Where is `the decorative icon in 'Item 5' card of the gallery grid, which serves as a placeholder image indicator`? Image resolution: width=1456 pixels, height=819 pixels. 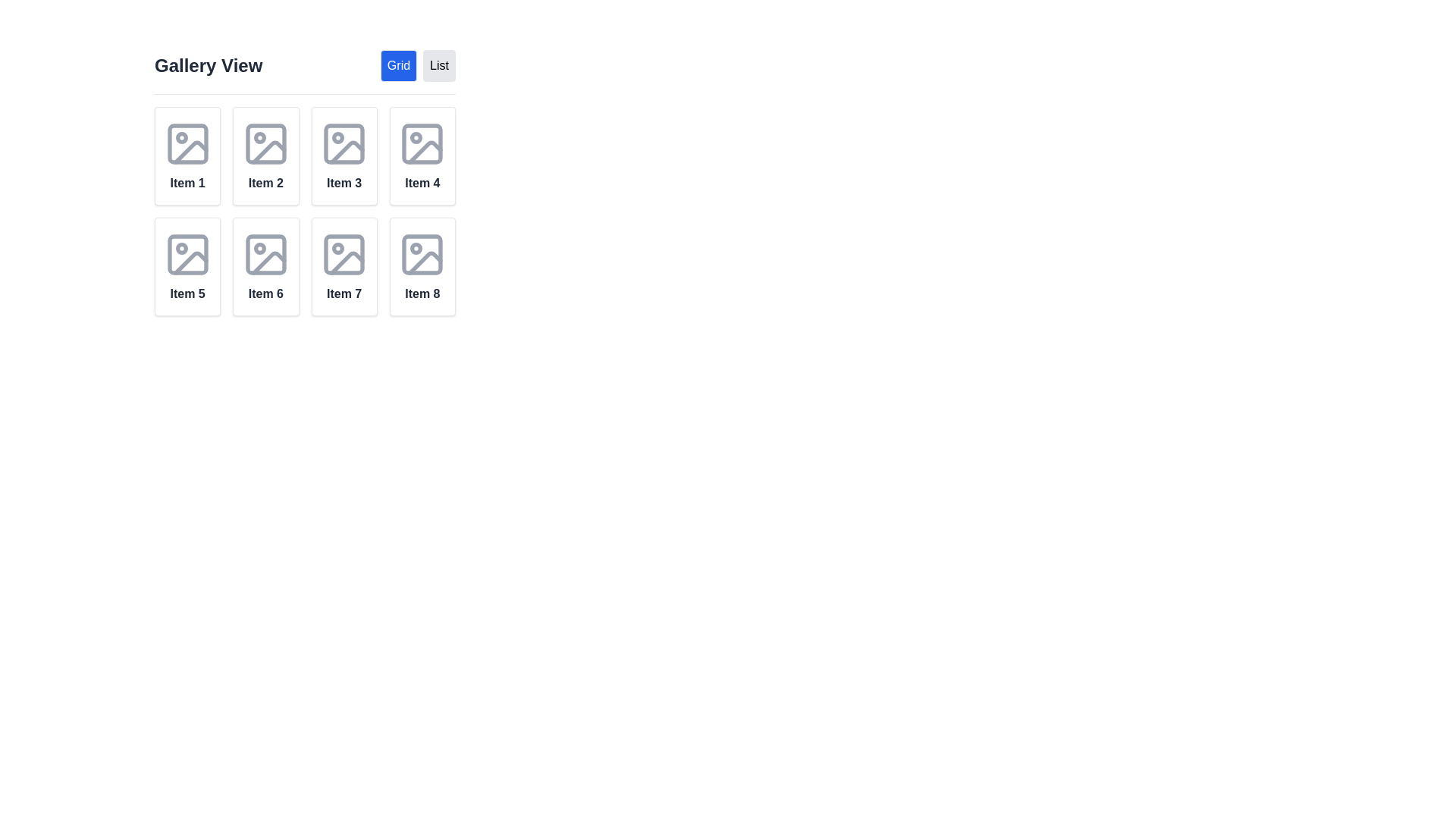
the decorative icon in 'Item 5' card of the gallery grid, which serves as a placeholder image indicator is located at coordinates (190, 262).